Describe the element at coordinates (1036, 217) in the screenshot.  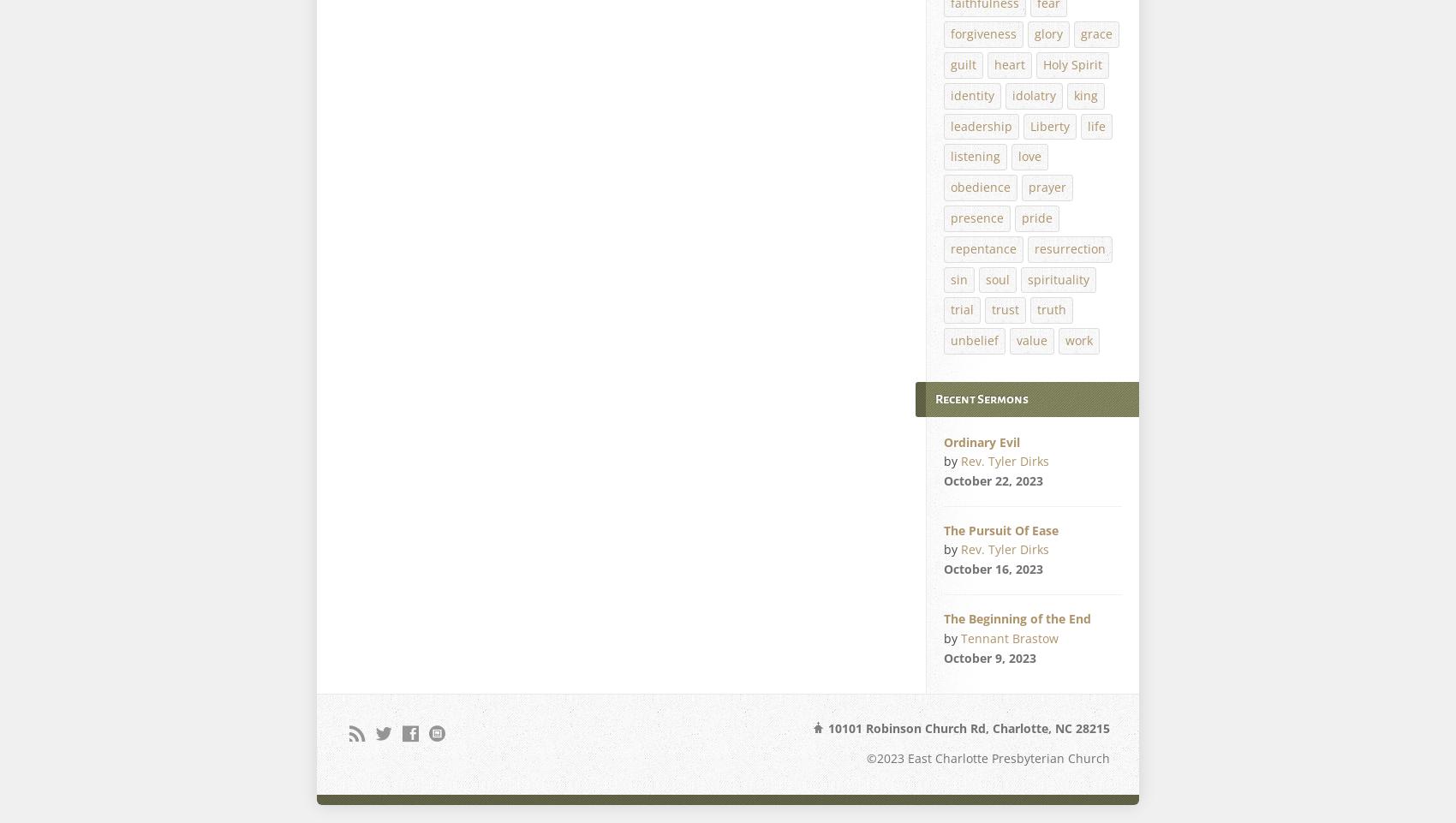
I see `'pride'` at that location.